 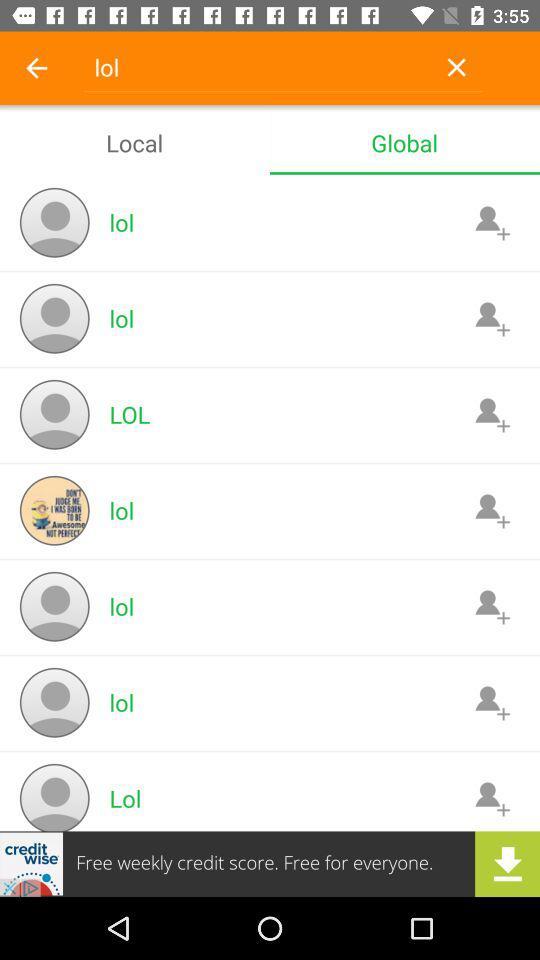 What do you see at coordinates (491, 318) in the screenshot?
I see `friend` at bounding box center [491, 318].